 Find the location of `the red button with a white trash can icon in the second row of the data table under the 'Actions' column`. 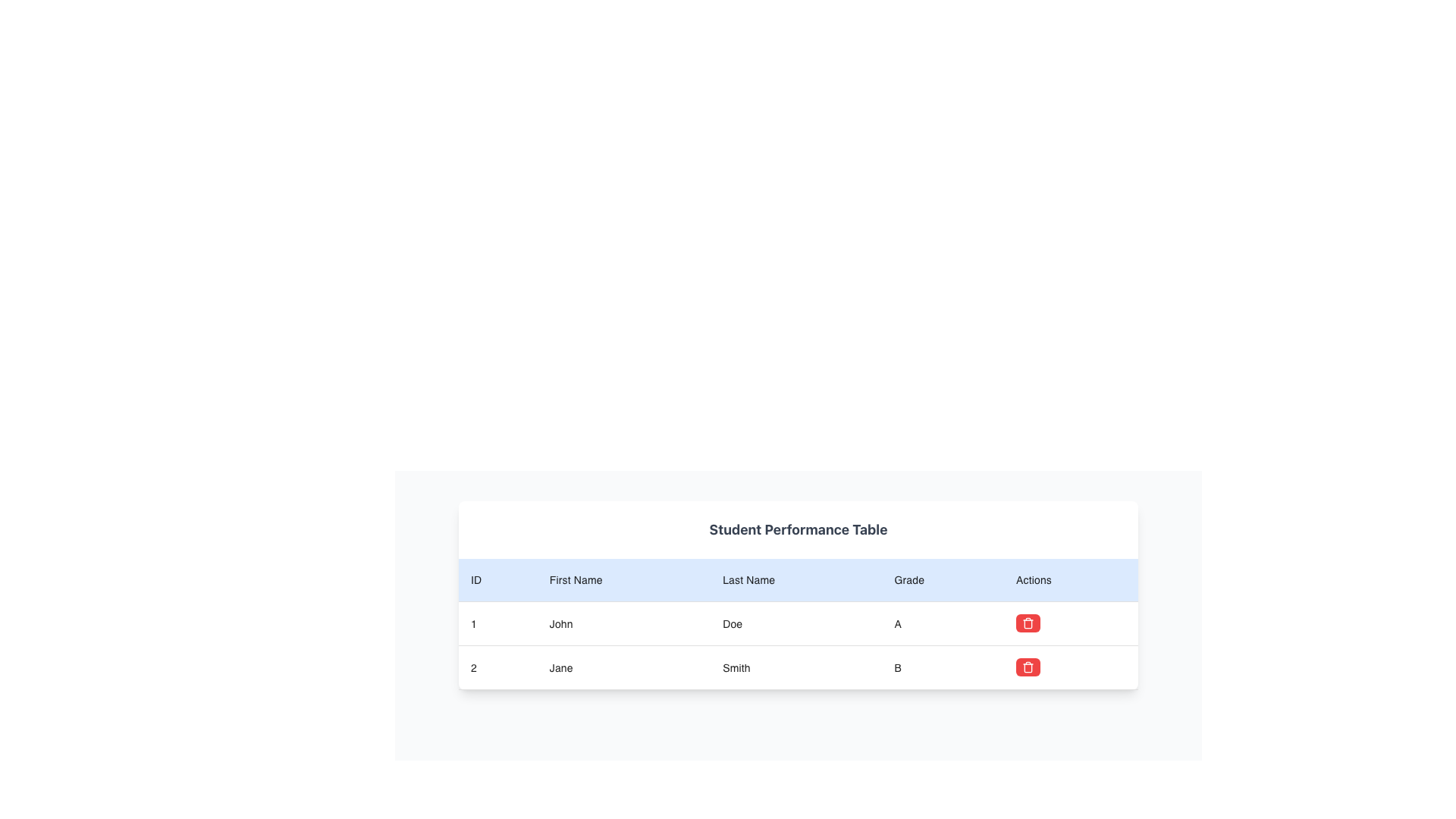

the red button with a white trash can icon in the second row of the data table under the 'Actions' column is located at coordinates (1028, 623).